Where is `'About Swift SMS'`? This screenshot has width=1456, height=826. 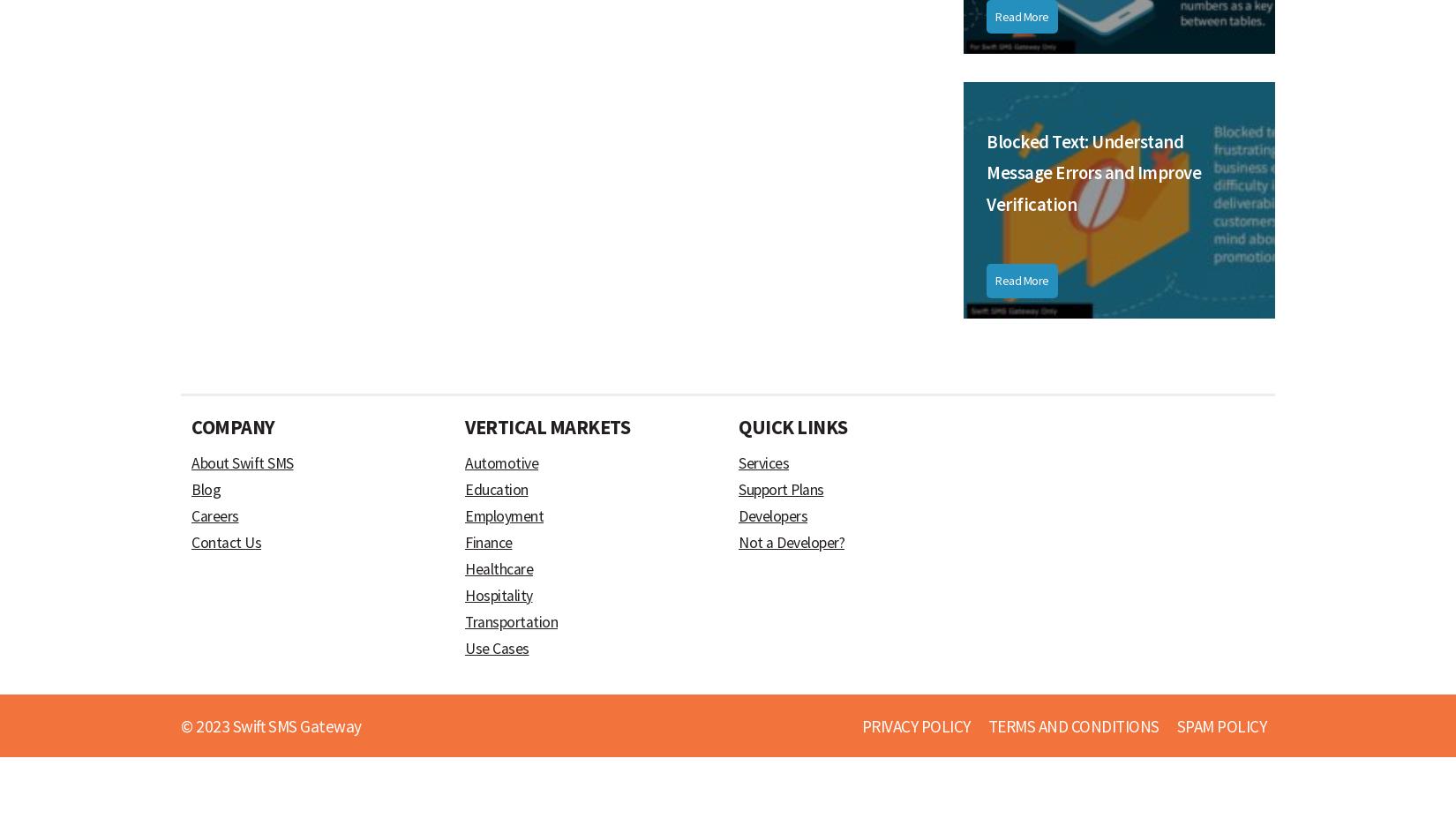
'About Swift SMS' is located at coordinates (191, 463).